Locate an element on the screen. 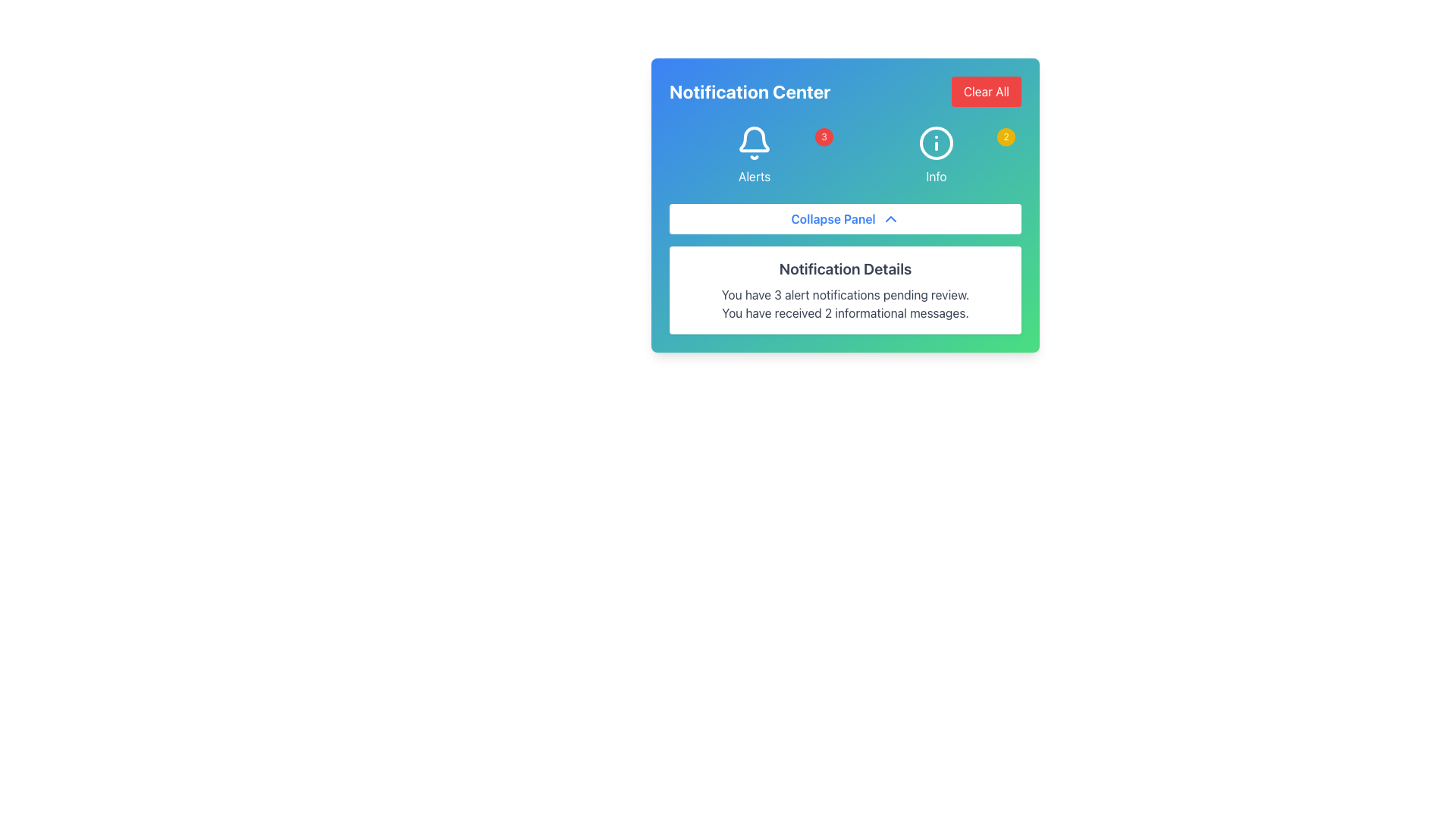 This screenshot has height=819, width=1456. the 'Info' notification icon located in the top-right region of the notification panel, which is the second icon from the left is located at coordinates (935, 143).